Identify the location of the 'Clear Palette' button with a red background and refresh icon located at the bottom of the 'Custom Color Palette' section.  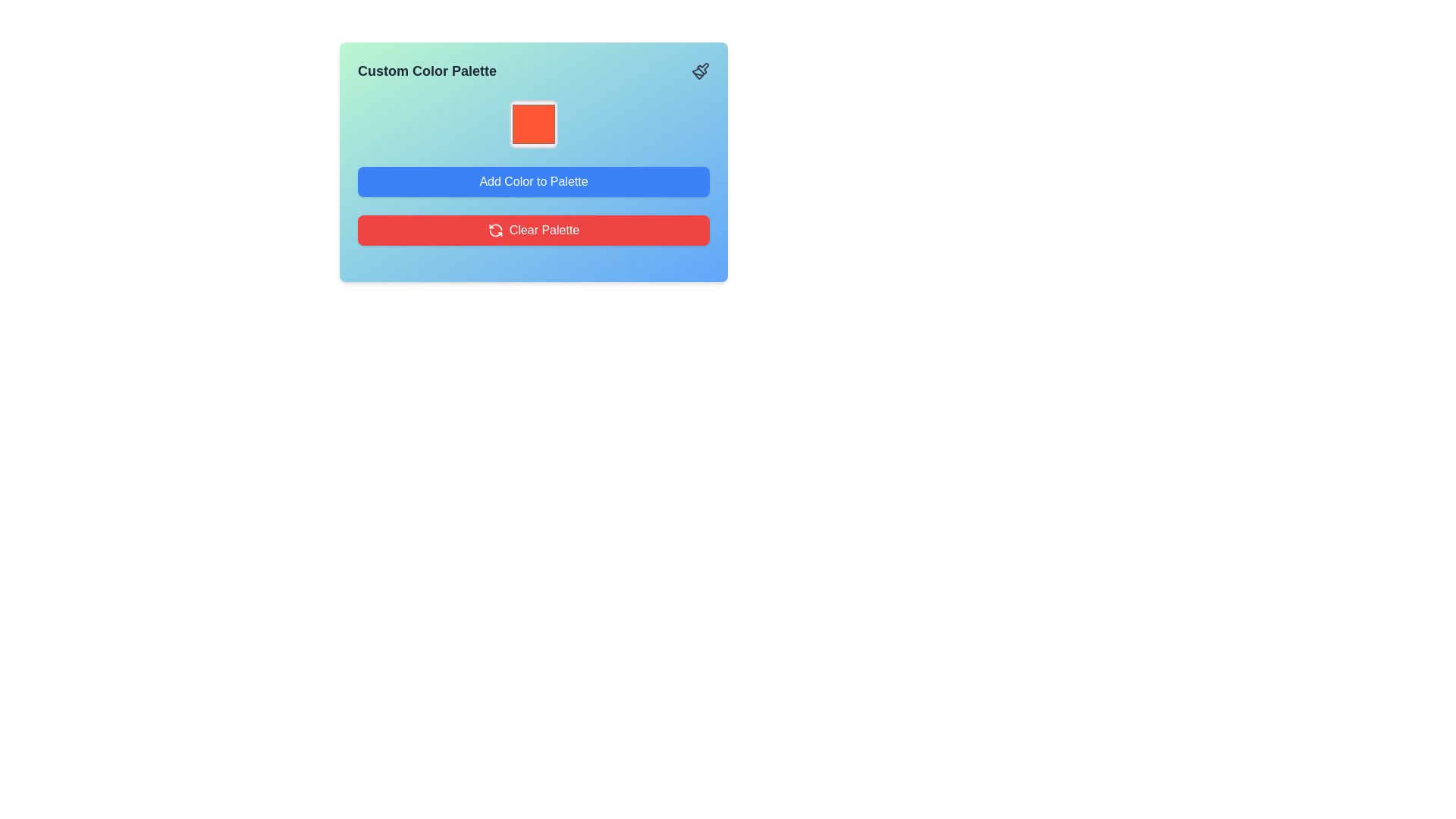
(534, 231).